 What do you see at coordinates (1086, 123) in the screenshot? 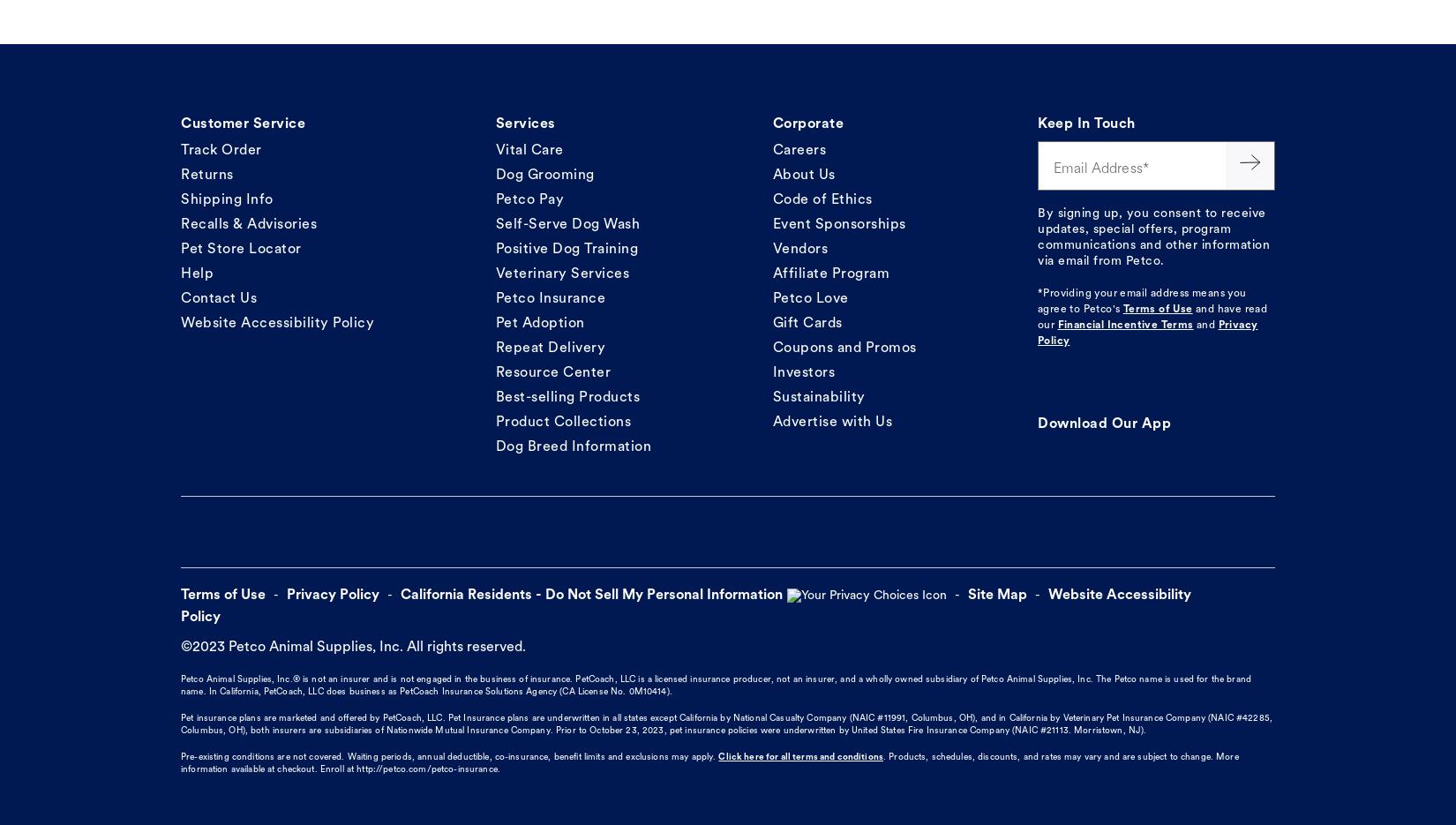
I see `'Keep In Touch'` at bounding box center [1086, 123].